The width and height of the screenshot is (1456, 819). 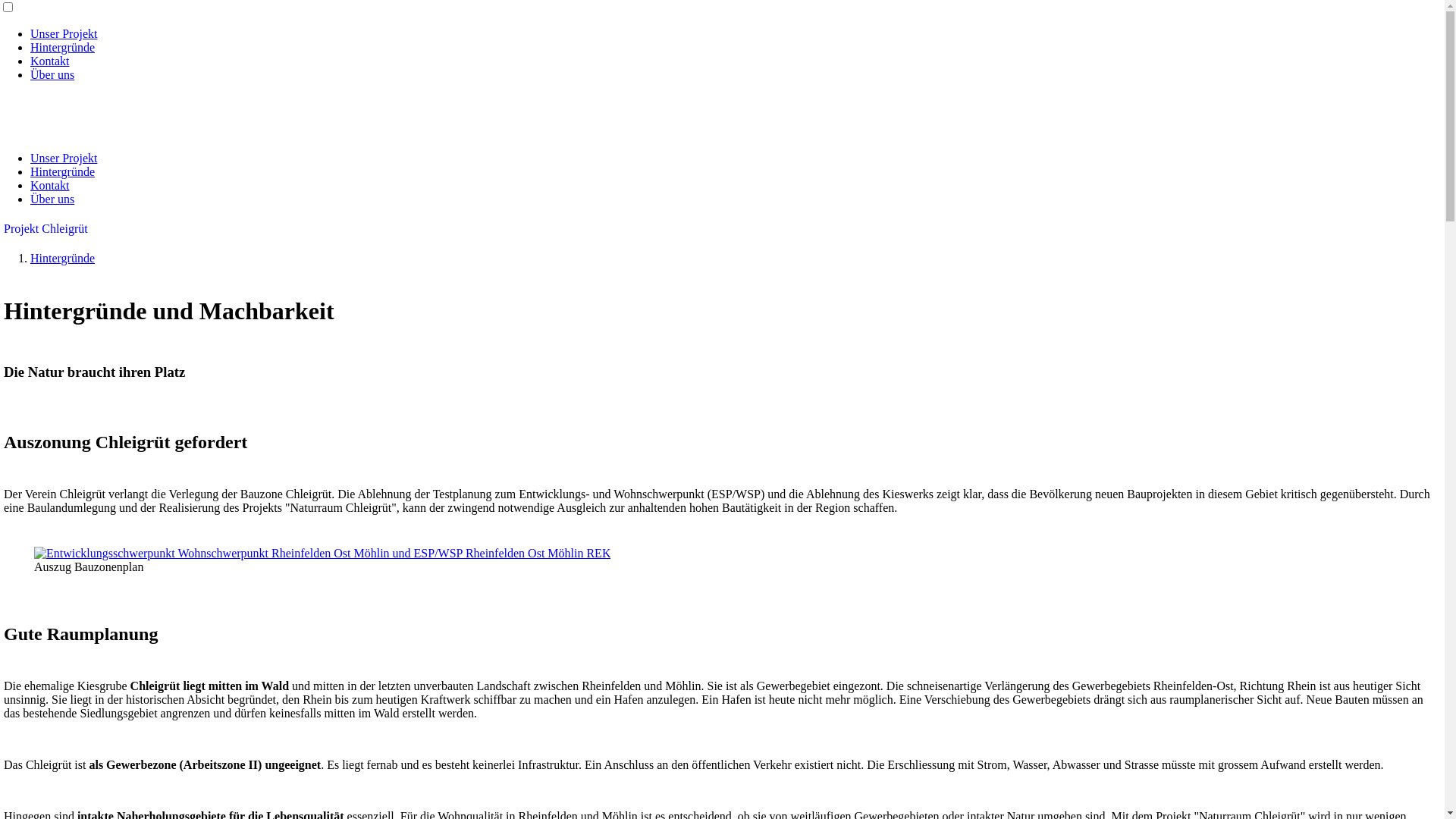 What do you see at coordinates (62, 33) in the screenshot?
I see `'Unser Projekt'` at bounding box center [62, 33].